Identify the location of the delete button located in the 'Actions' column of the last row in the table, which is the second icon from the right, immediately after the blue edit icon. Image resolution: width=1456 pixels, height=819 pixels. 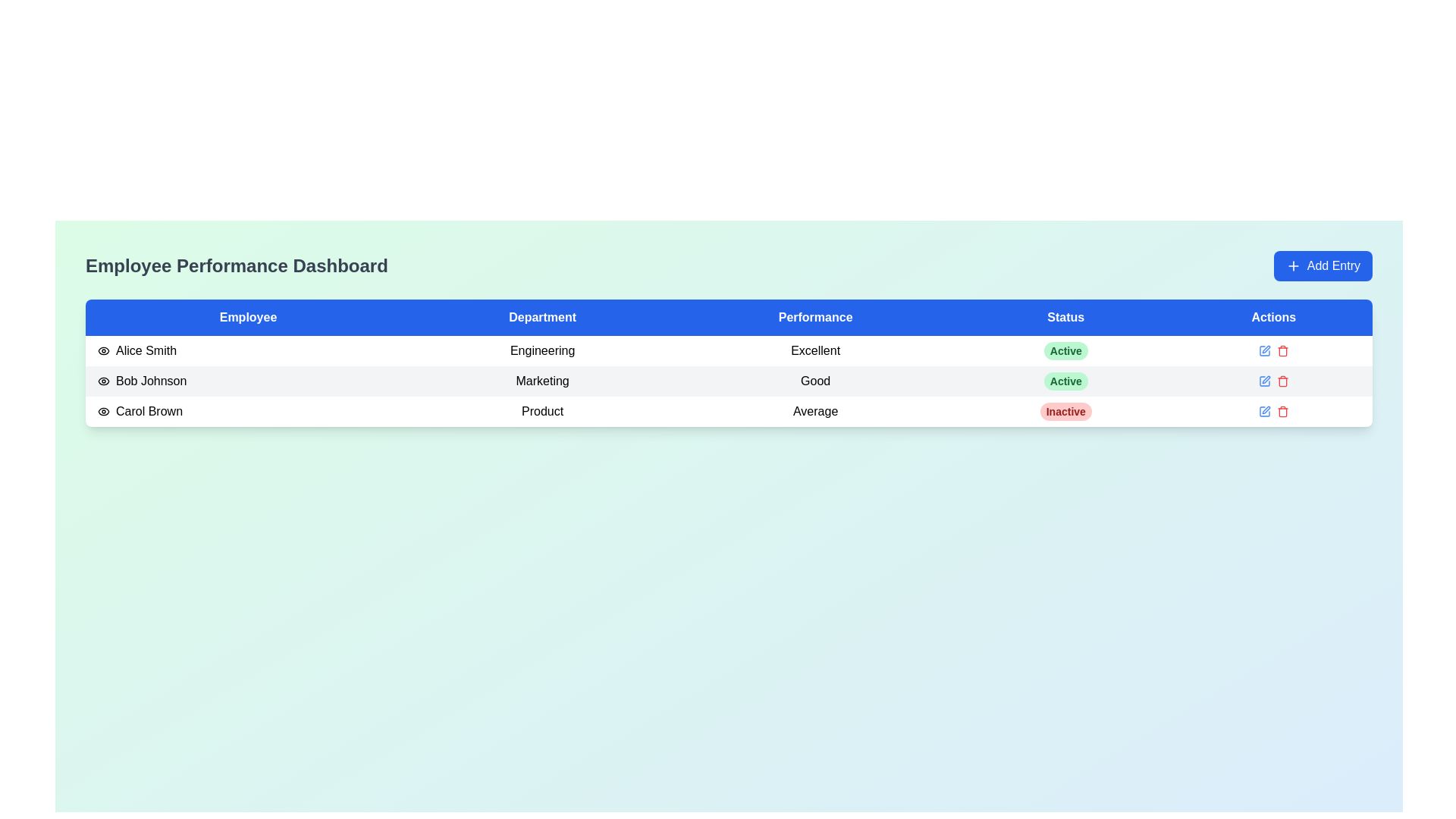
(1282, 412).